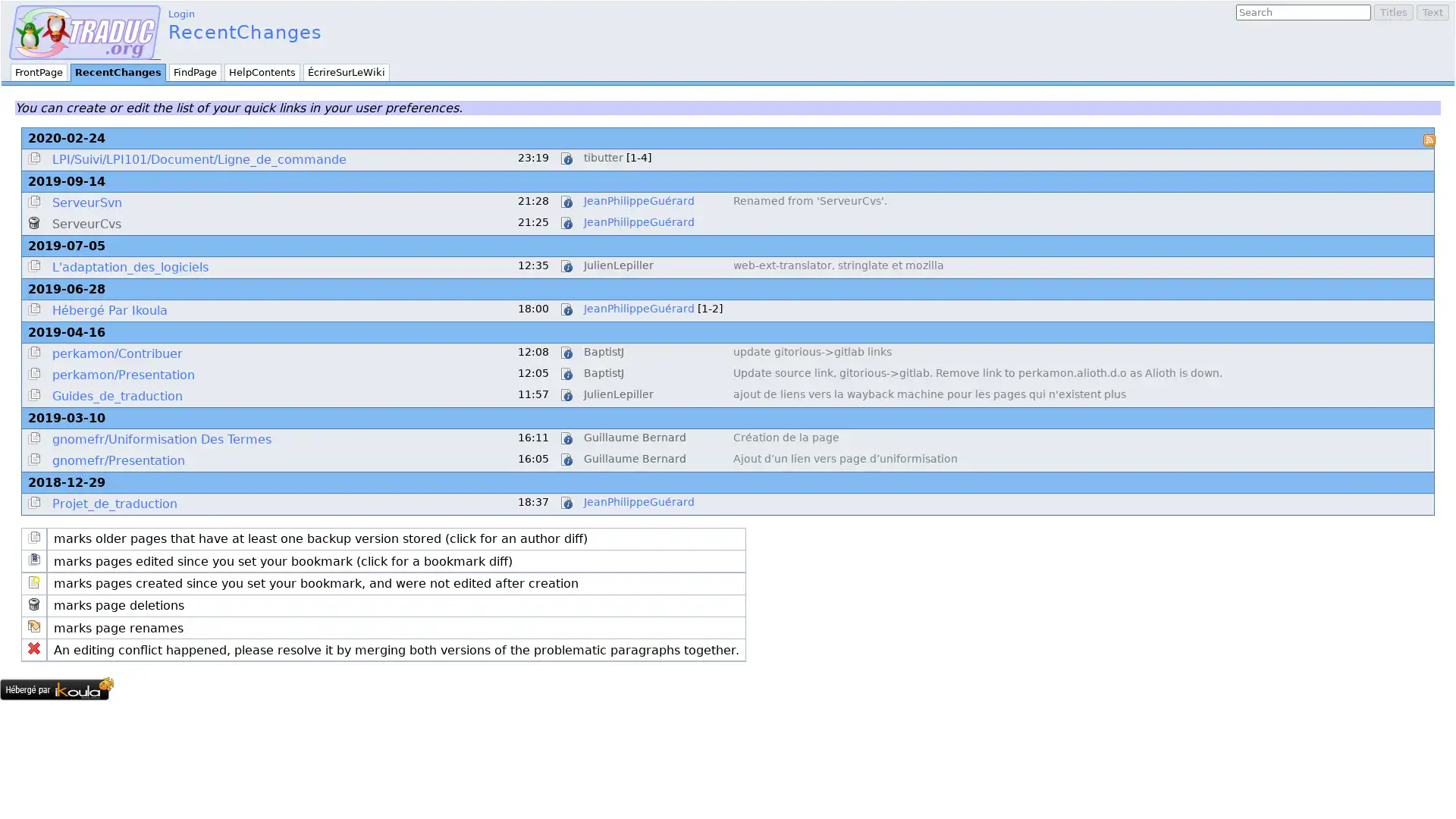  What do you see at coordinates (1432, 12) in the screenshot?
I see `Text` at bounding box center [1432, 12].